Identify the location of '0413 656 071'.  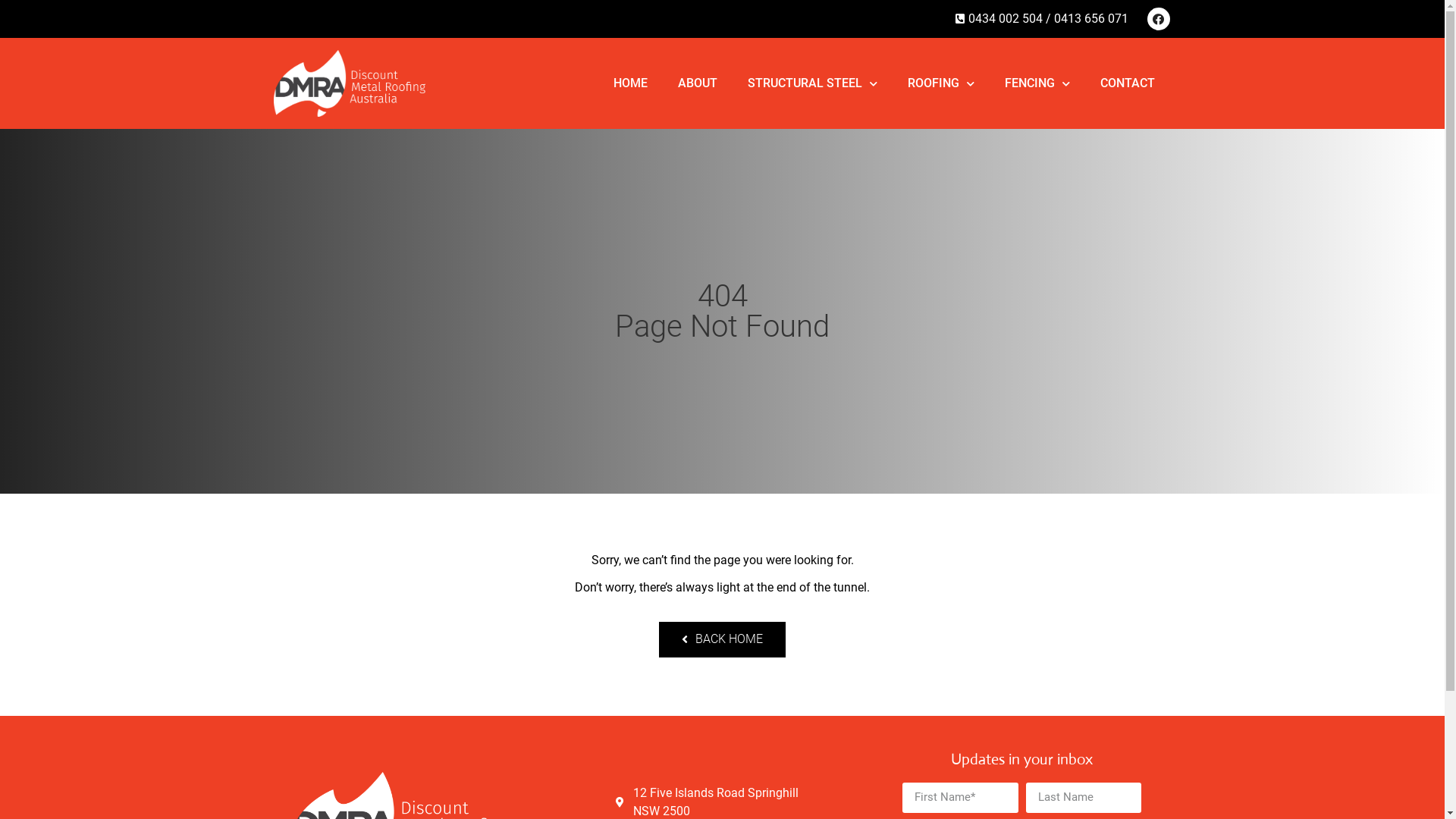
(1053, 18).